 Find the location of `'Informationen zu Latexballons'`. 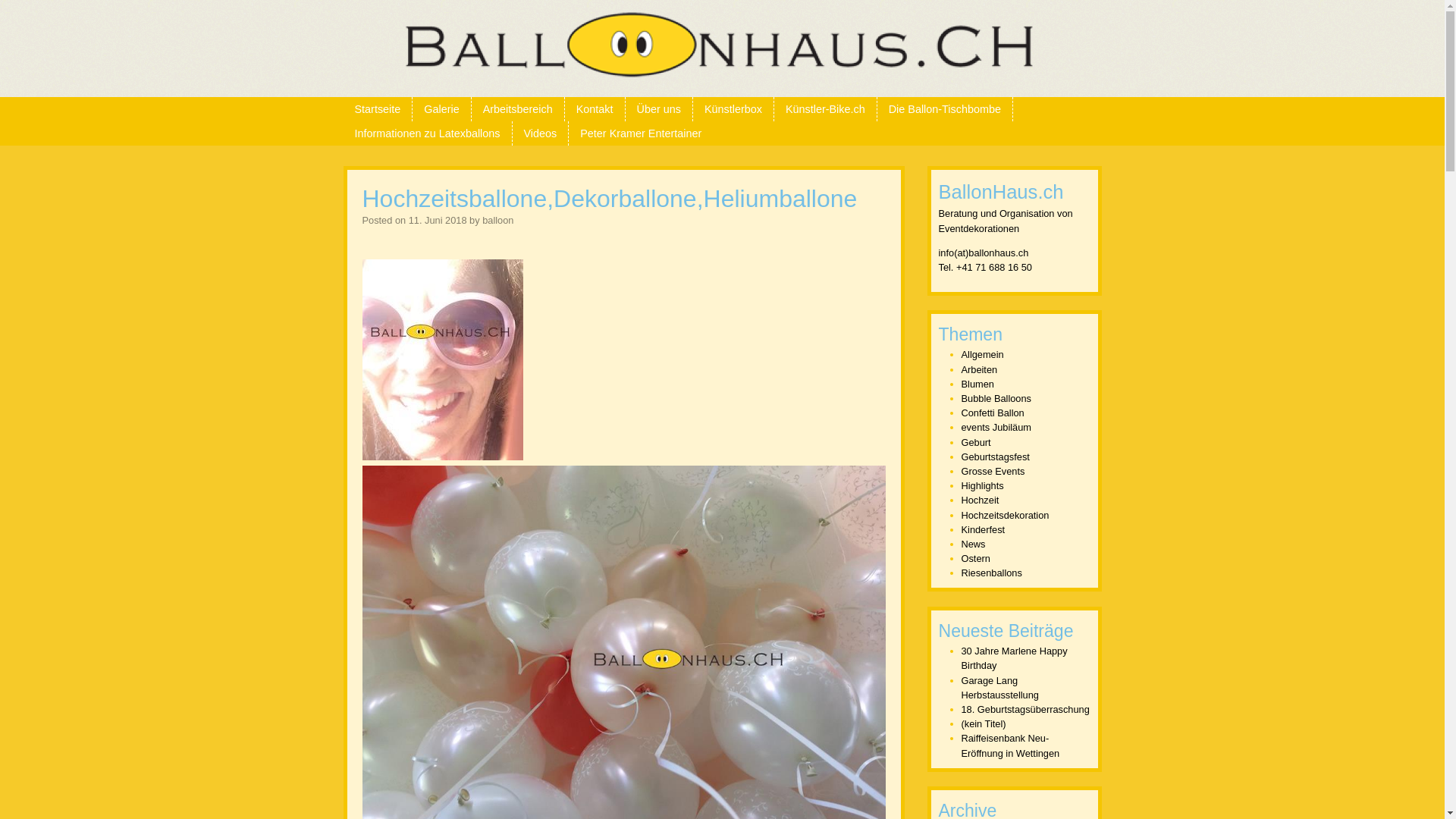

'Informationen zu Latexballons' is located at coordinates (341, 133).